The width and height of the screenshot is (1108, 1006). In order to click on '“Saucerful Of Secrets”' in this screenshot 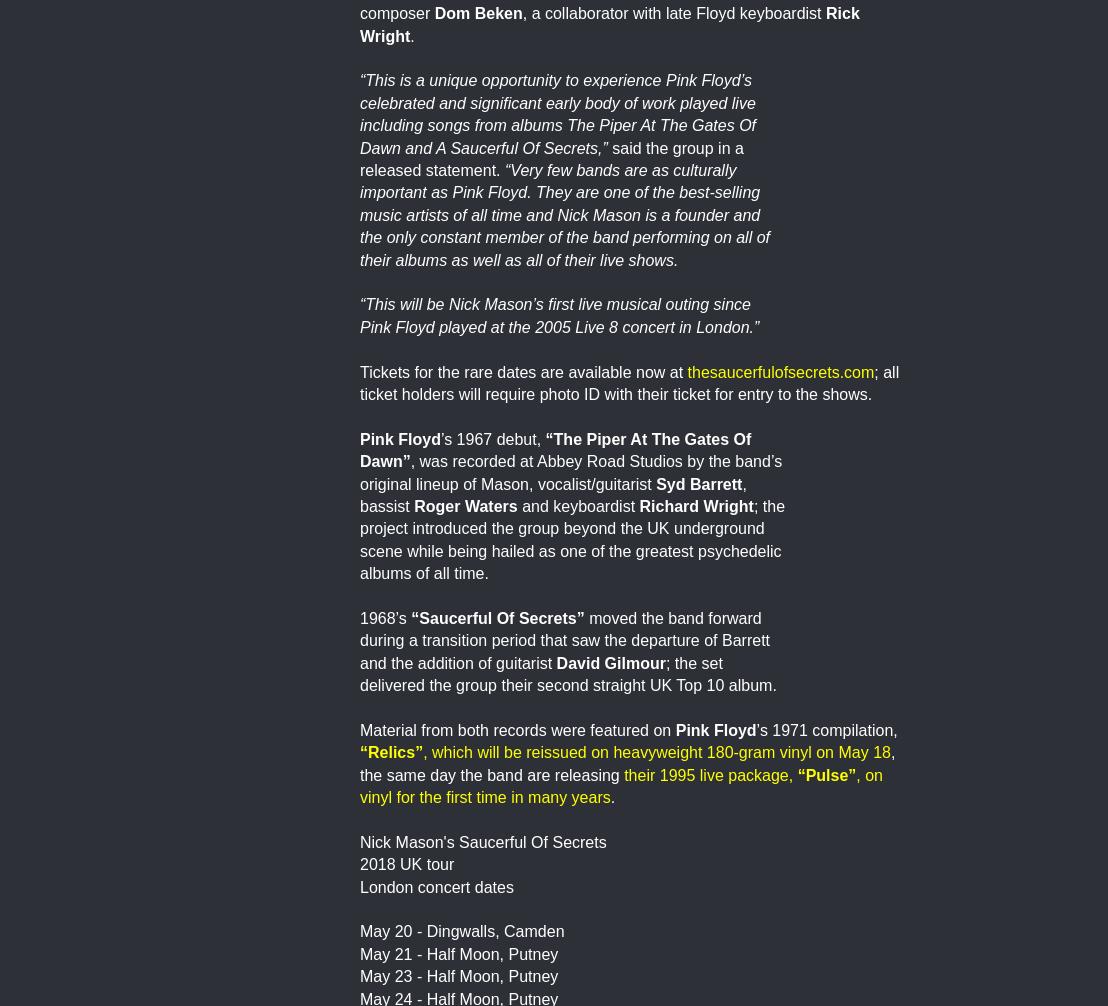, I will do `click(497, 617)`.